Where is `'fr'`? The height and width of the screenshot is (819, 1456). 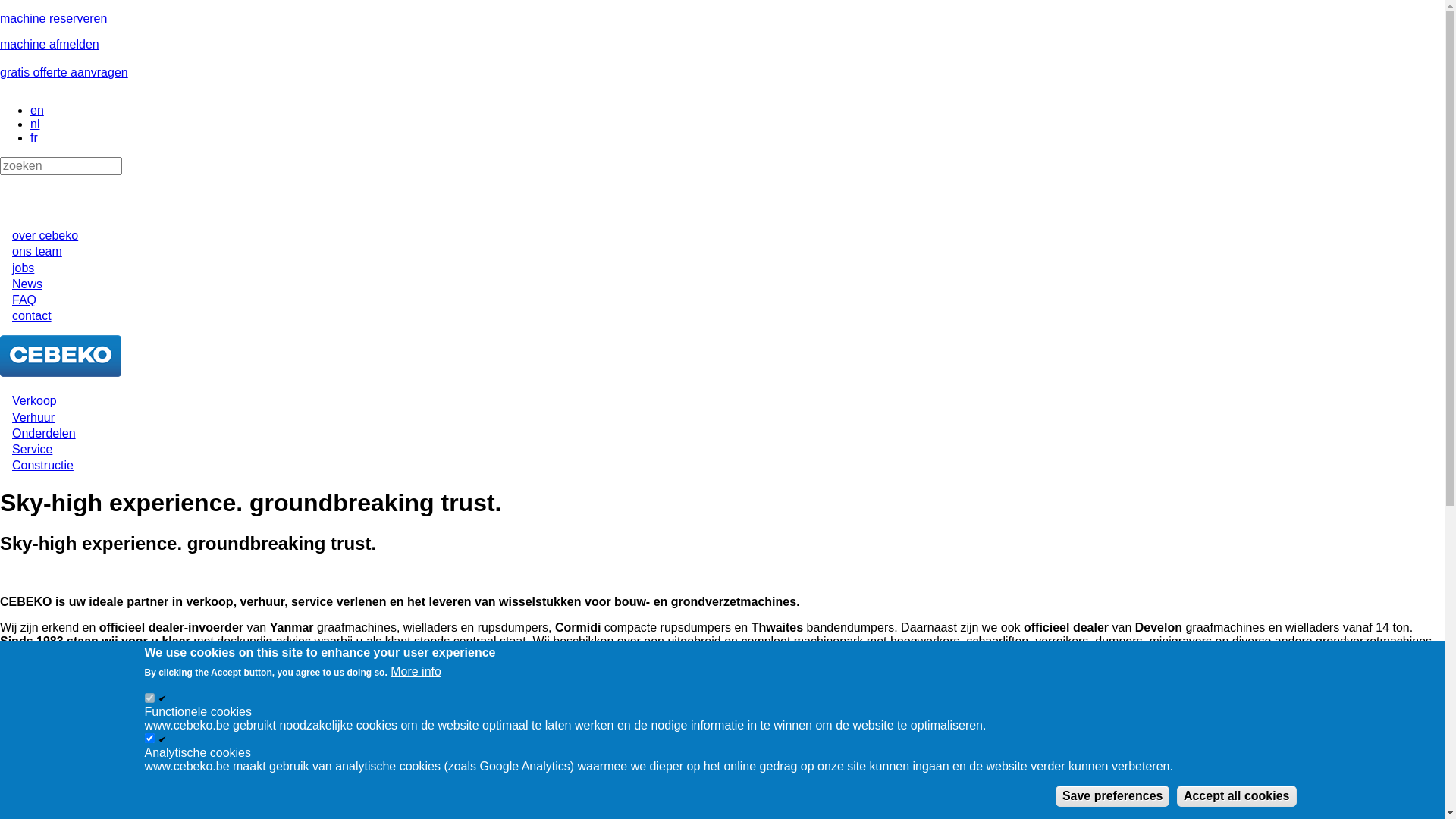
'fr' is located at coordinates (33, 137).